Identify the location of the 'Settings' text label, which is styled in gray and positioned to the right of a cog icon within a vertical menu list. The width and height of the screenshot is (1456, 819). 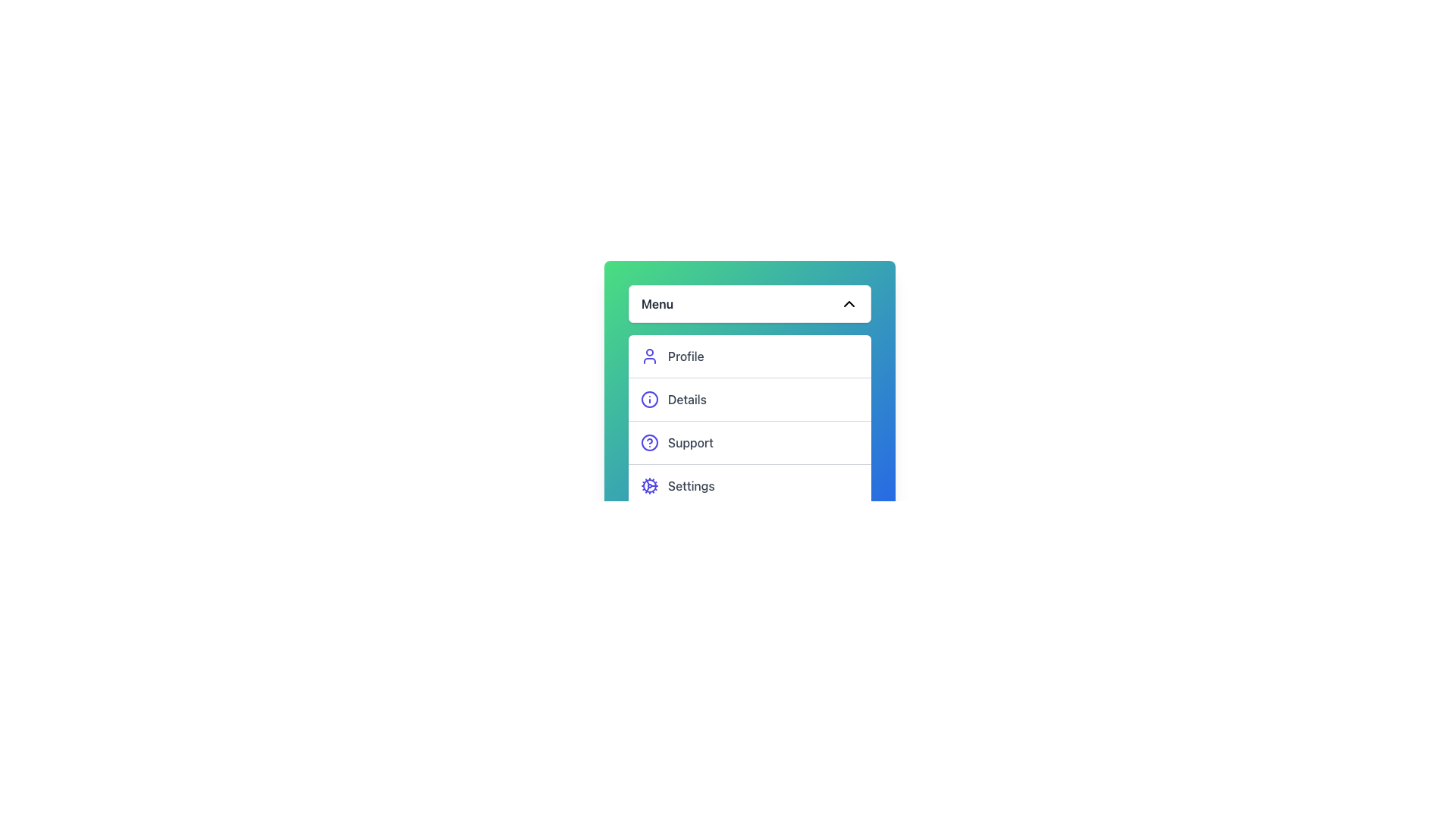
(690, 485).